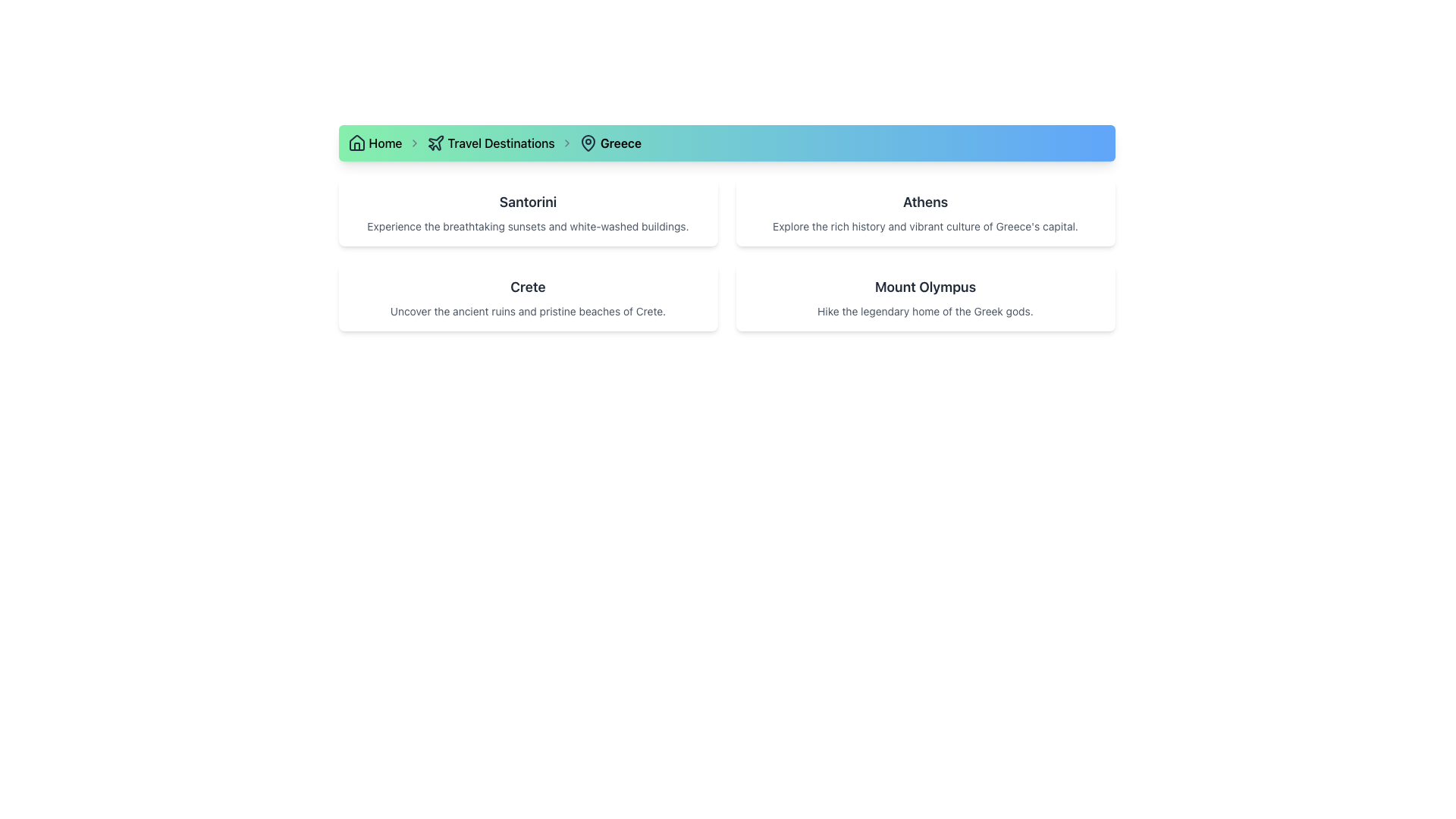  What do you see at coordinates (435, 143) in the screenshot?
I see `the airplane icon in the breadcrumb navigation bar` at bounding box center [435, 143].